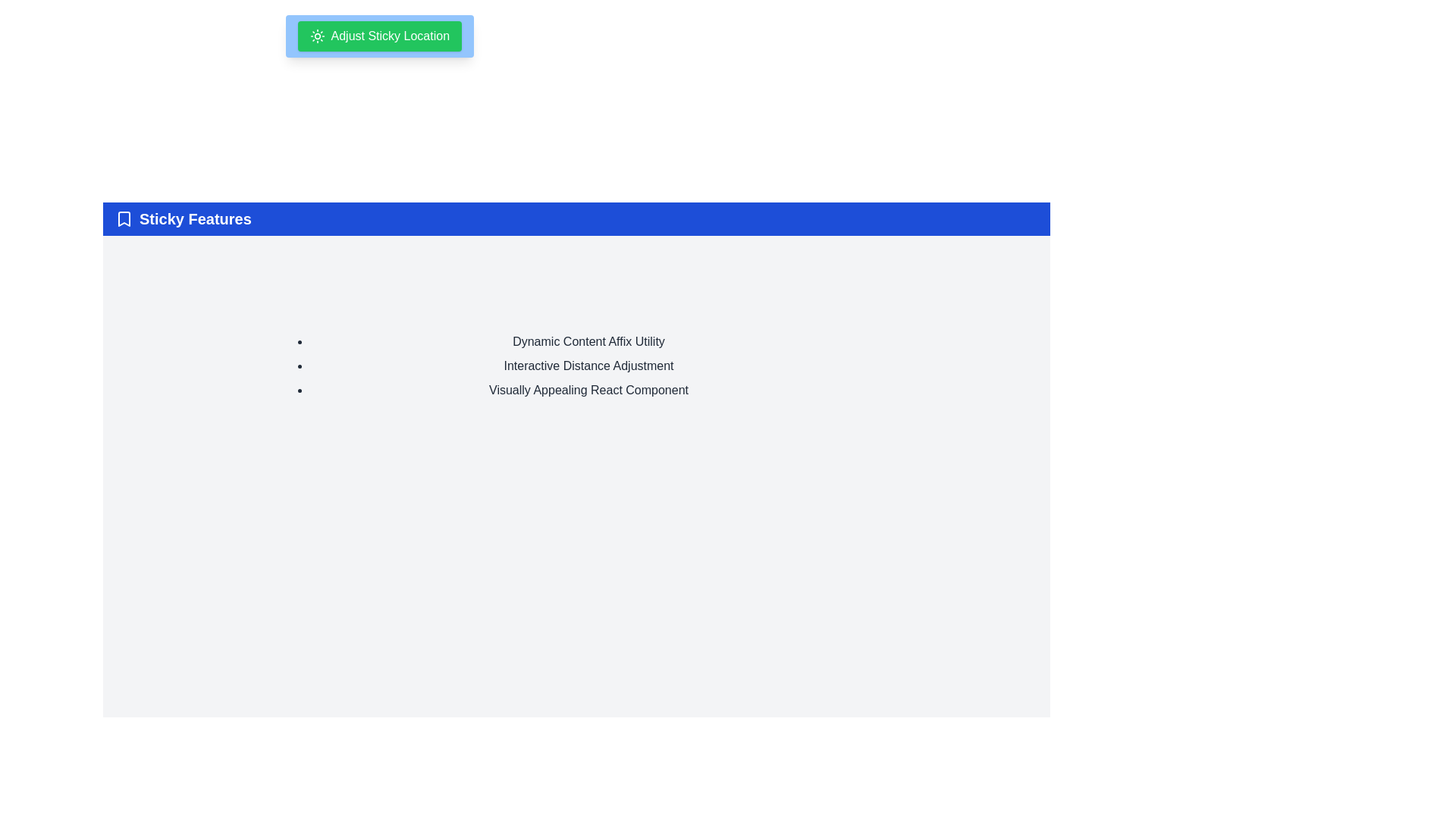 This screenshot has width=1456, height=819. What do you see at coordinates (588, 342) in the screenshot?
I see `the first list item labeled 'Dynamic Content Affix Utility'` at bounding box center [588, 342].